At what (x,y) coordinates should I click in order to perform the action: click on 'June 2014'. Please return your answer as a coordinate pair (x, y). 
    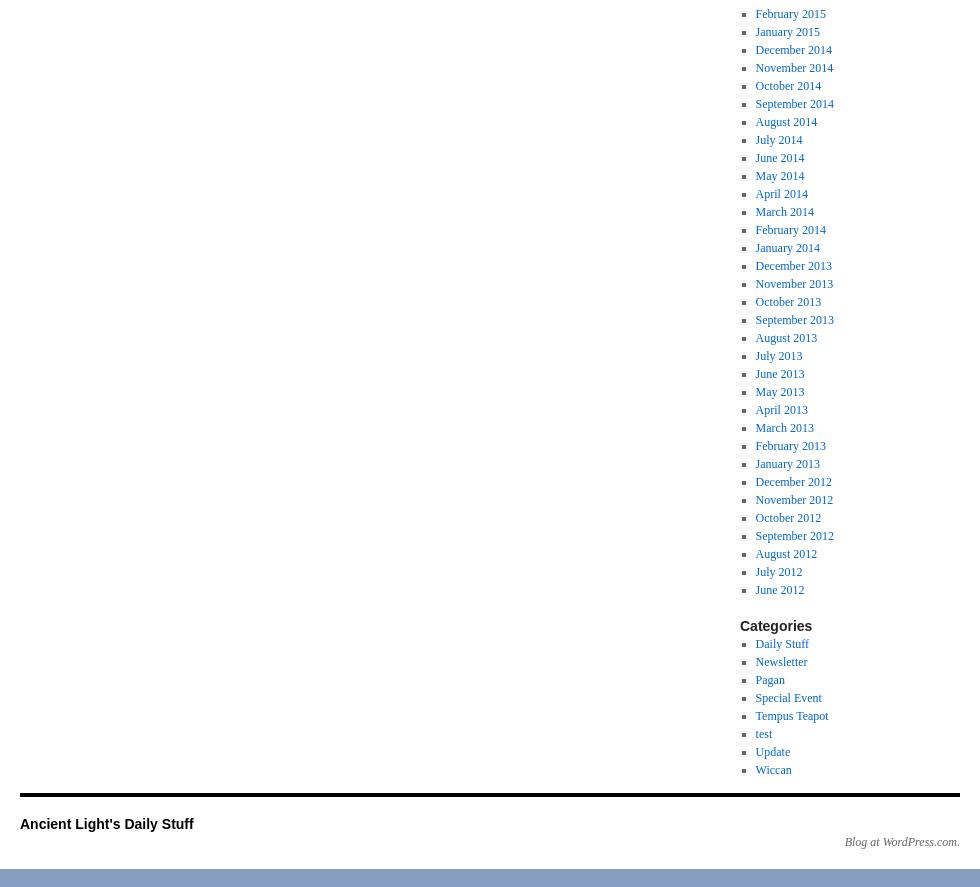
    Looking at the image, I should click on (779, 156).